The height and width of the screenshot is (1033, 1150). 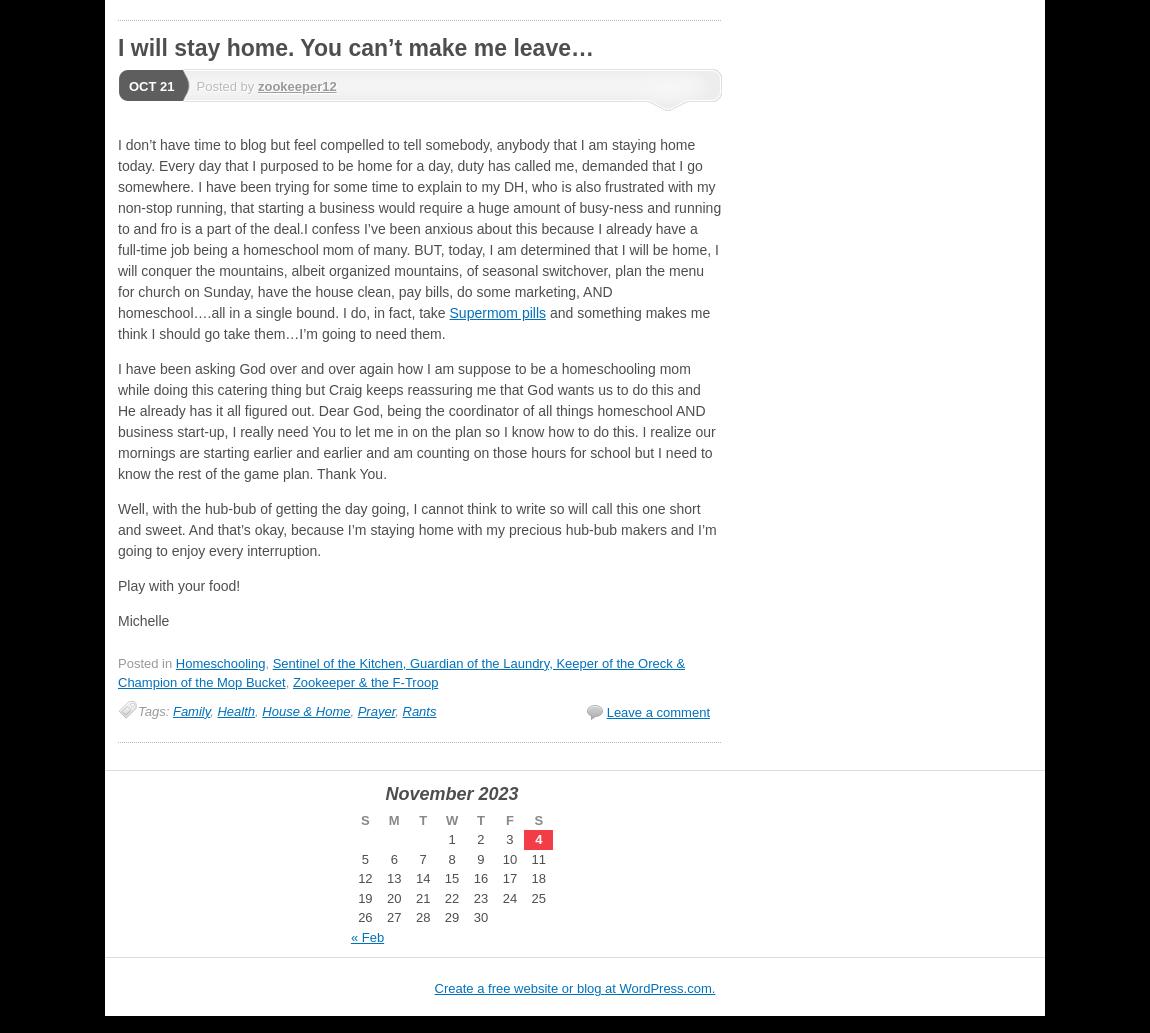 What do you see at coordinates (234, 710) in the screenshot?
I see `'Health'` at bounding box center [234, 710].